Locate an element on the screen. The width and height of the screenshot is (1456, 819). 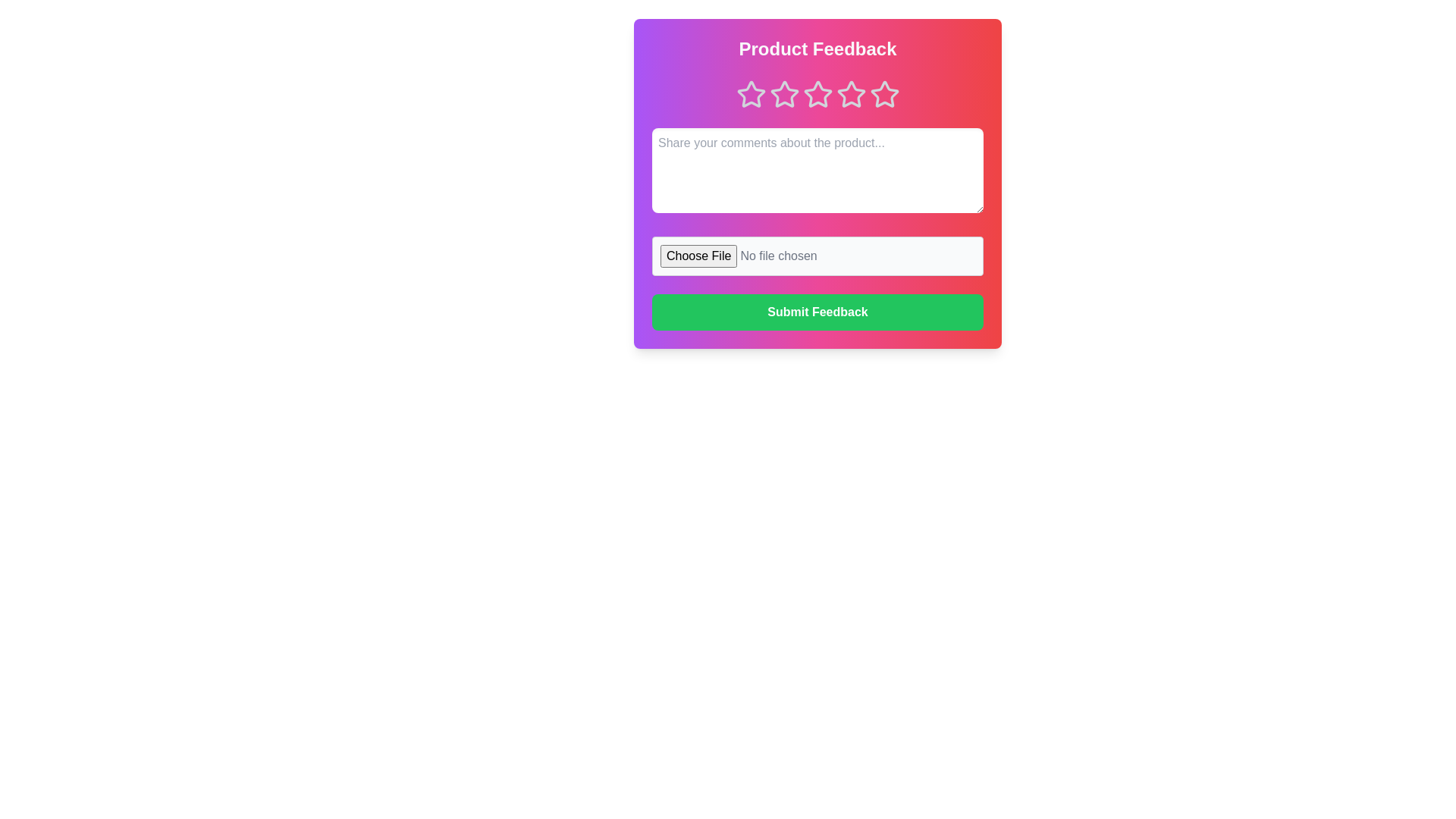
the fifth star icon in the rating system is located at coordinates (884, 94).